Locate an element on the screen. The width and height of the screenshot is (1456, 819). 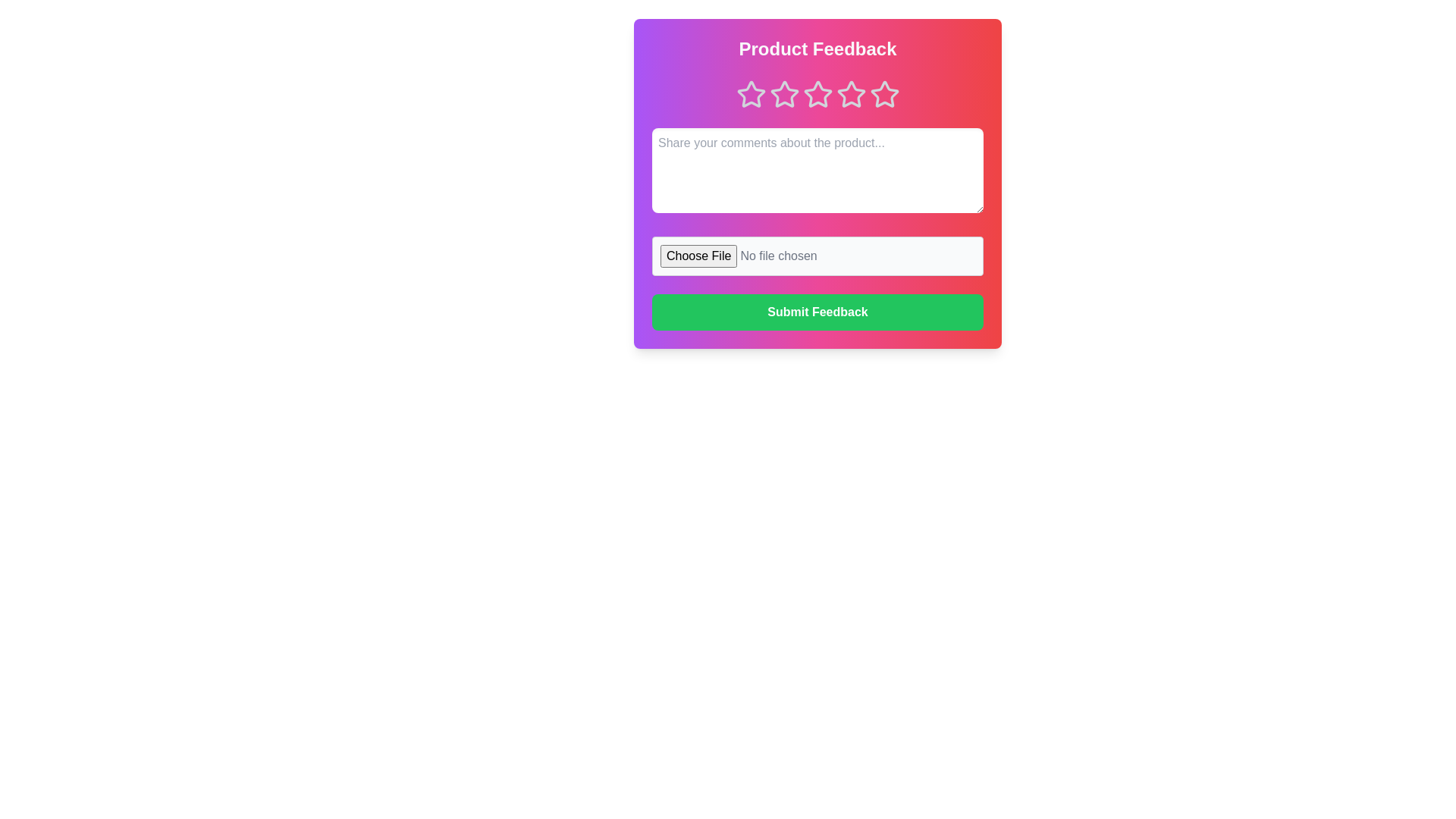
the fifth star icon in the rating system is located at coordinates (884, 94).